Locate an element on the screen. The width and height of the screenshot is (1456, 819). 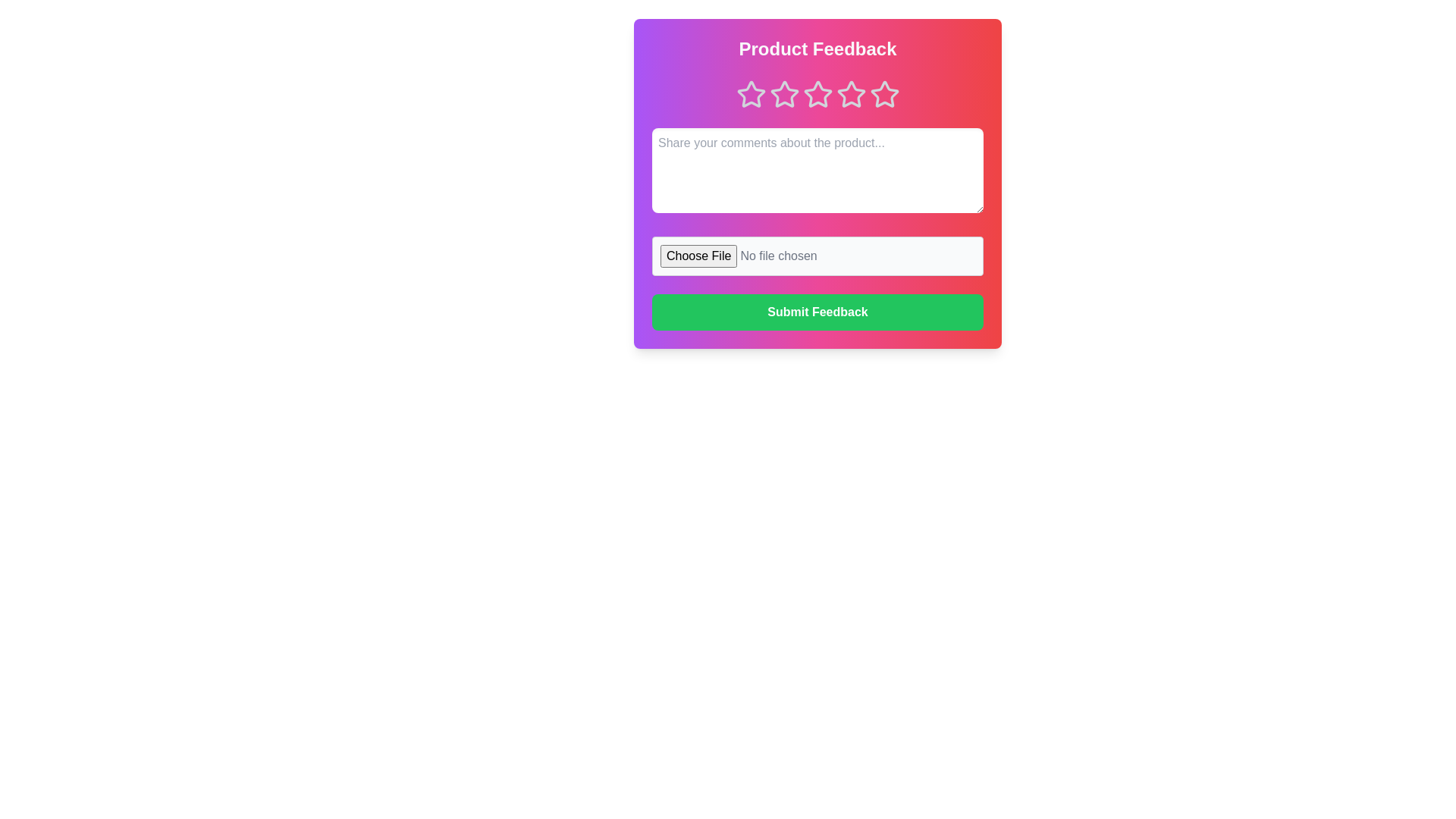
the fifth star icon in the rating system is located at coordinates (884, 94).